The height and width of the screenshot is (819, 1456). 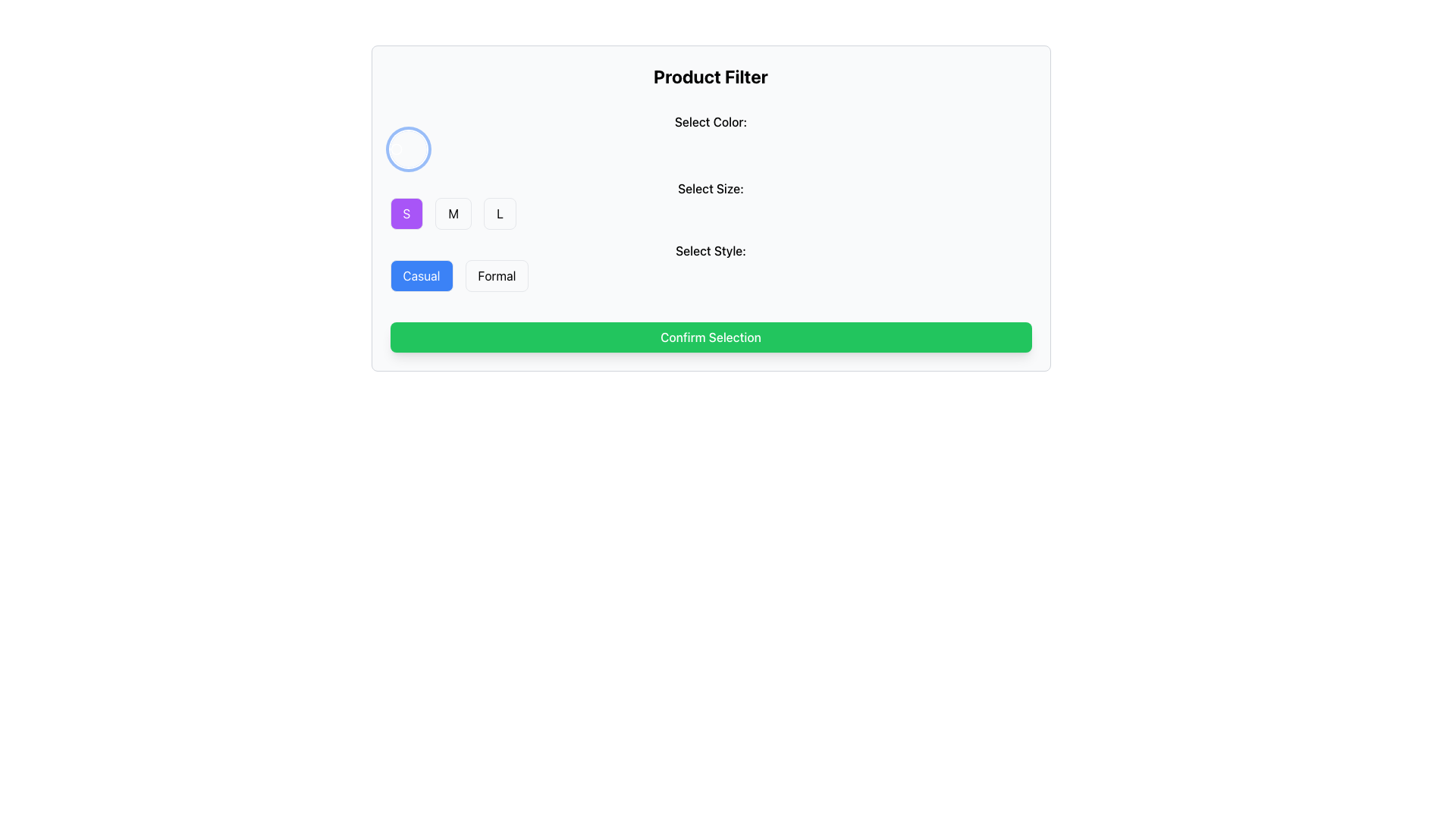 What do you see at coordinates (396, 149) in the screenshot?
I see `the SVG Icon located near the top-left area of the user interface, which is slightly to the left of the 'Select Color' label and has a red circular background` at bounding box center [396, 149].